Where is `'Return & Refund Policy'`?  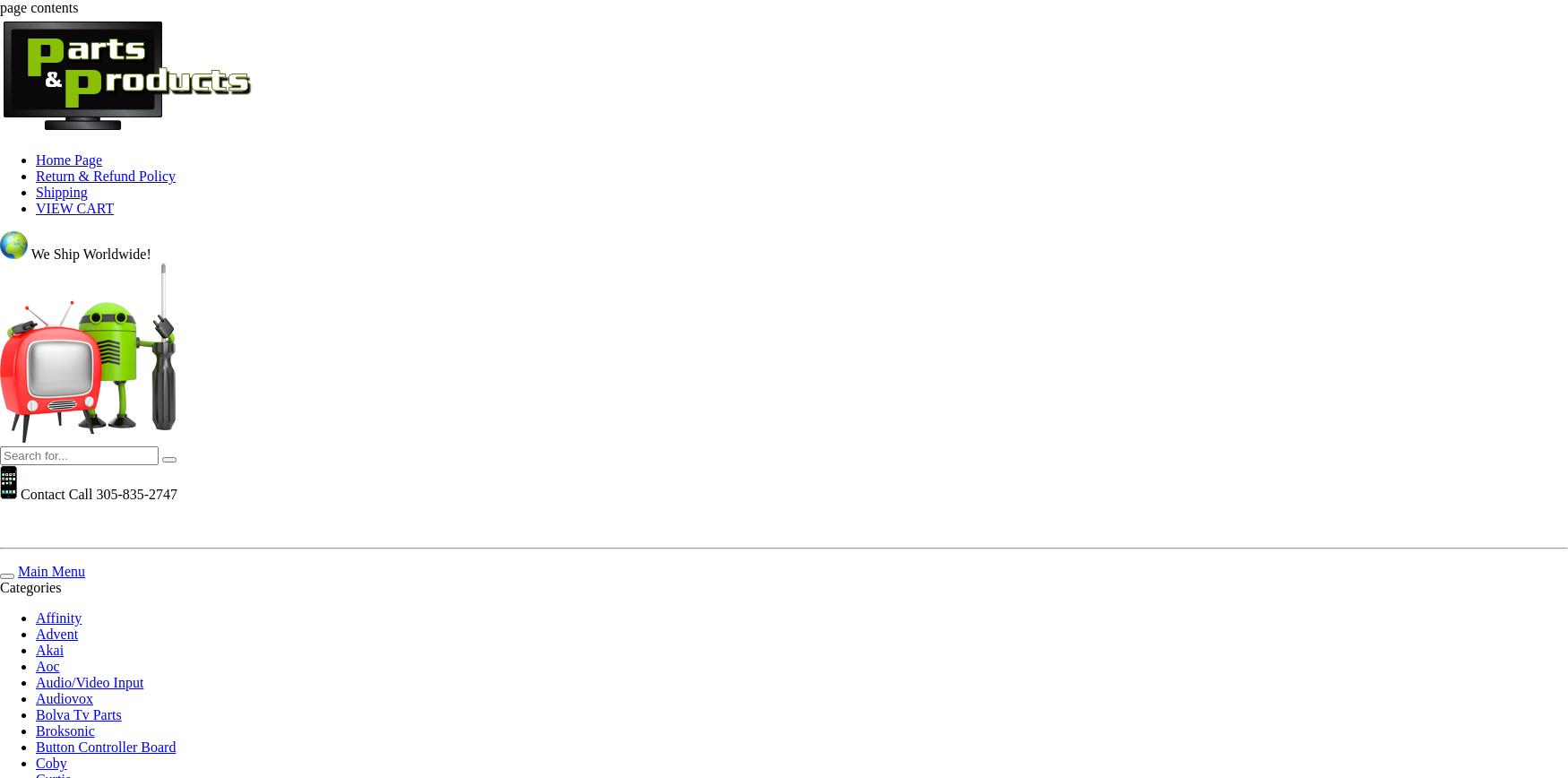 'Return & Refund Policy' is located at coordinates (105, 176).